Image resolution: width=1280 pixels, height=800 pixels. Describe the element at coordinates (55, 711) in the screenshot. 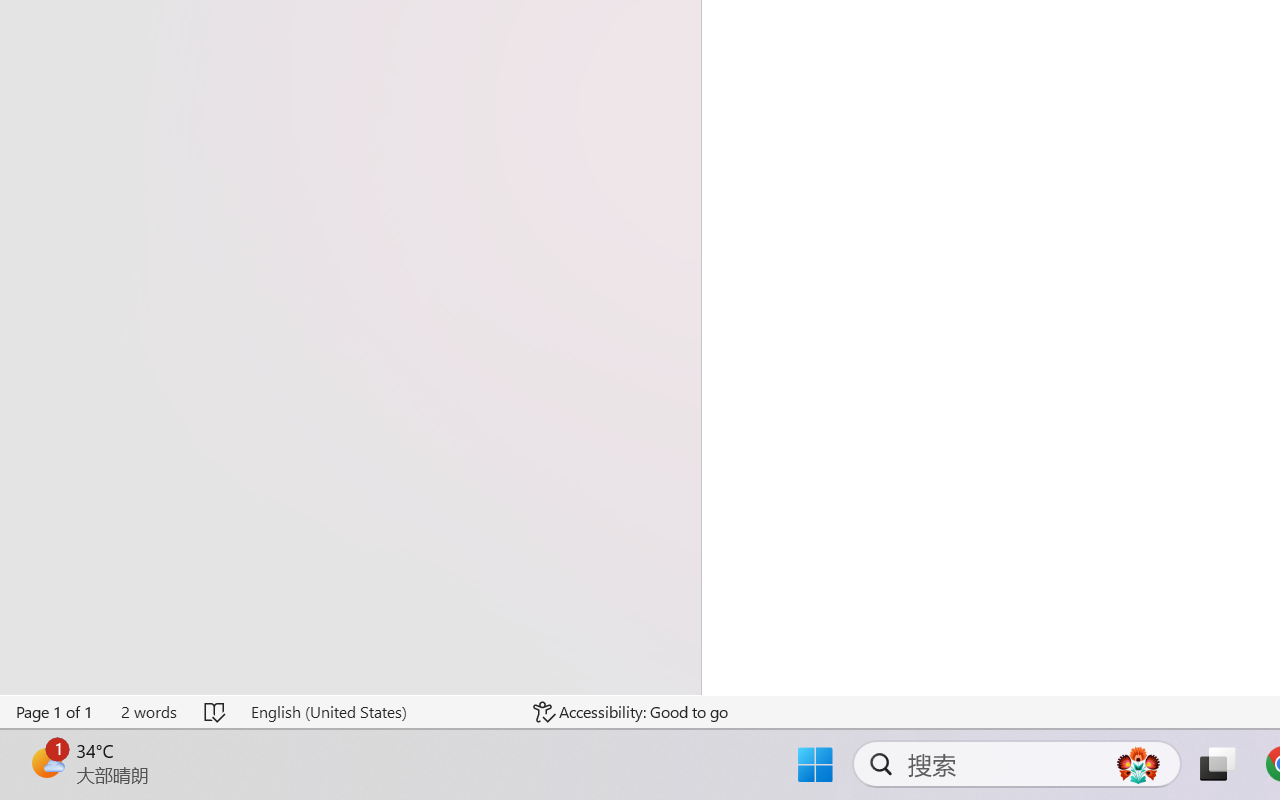

I see `'Page Number Page 1 of 1'` at that location.